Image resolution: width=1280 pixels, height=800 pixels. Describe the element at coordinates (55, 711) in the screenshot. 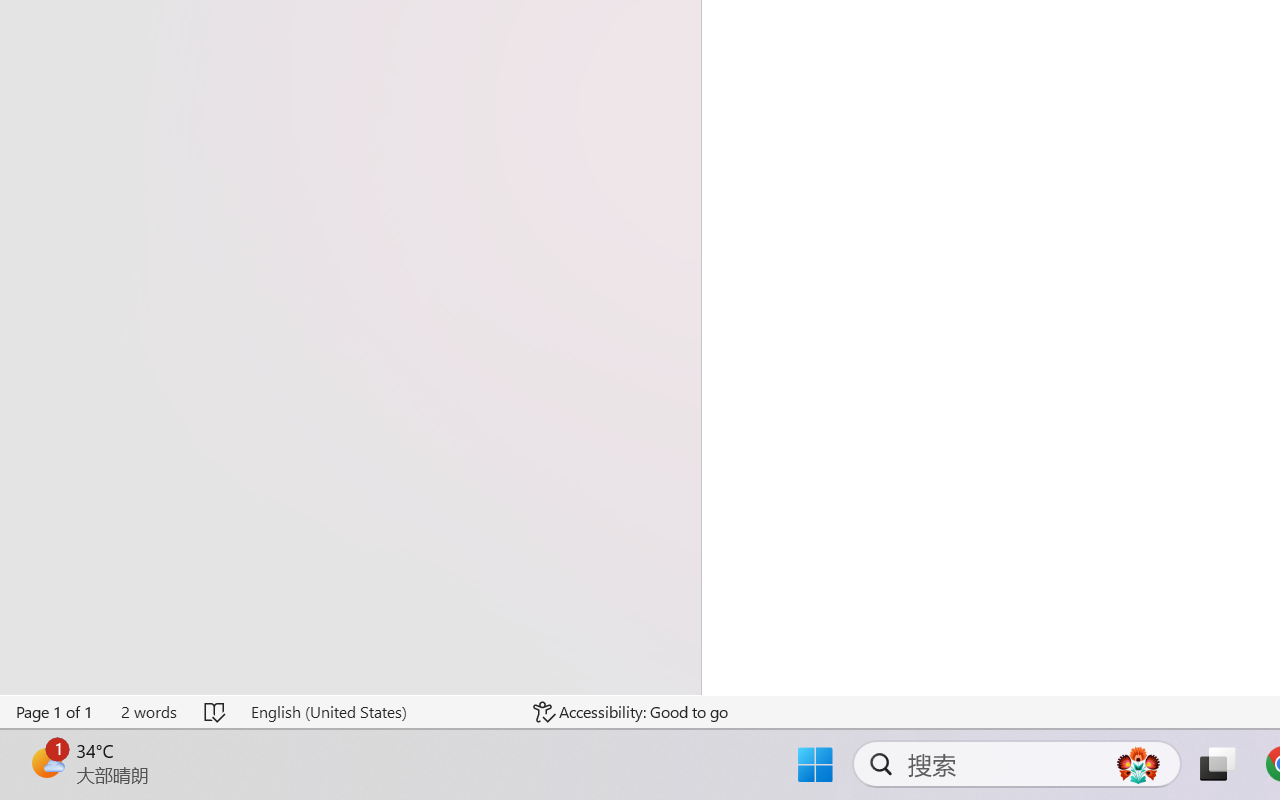

I see `'Page Number Page 1 of 1'` at that location.